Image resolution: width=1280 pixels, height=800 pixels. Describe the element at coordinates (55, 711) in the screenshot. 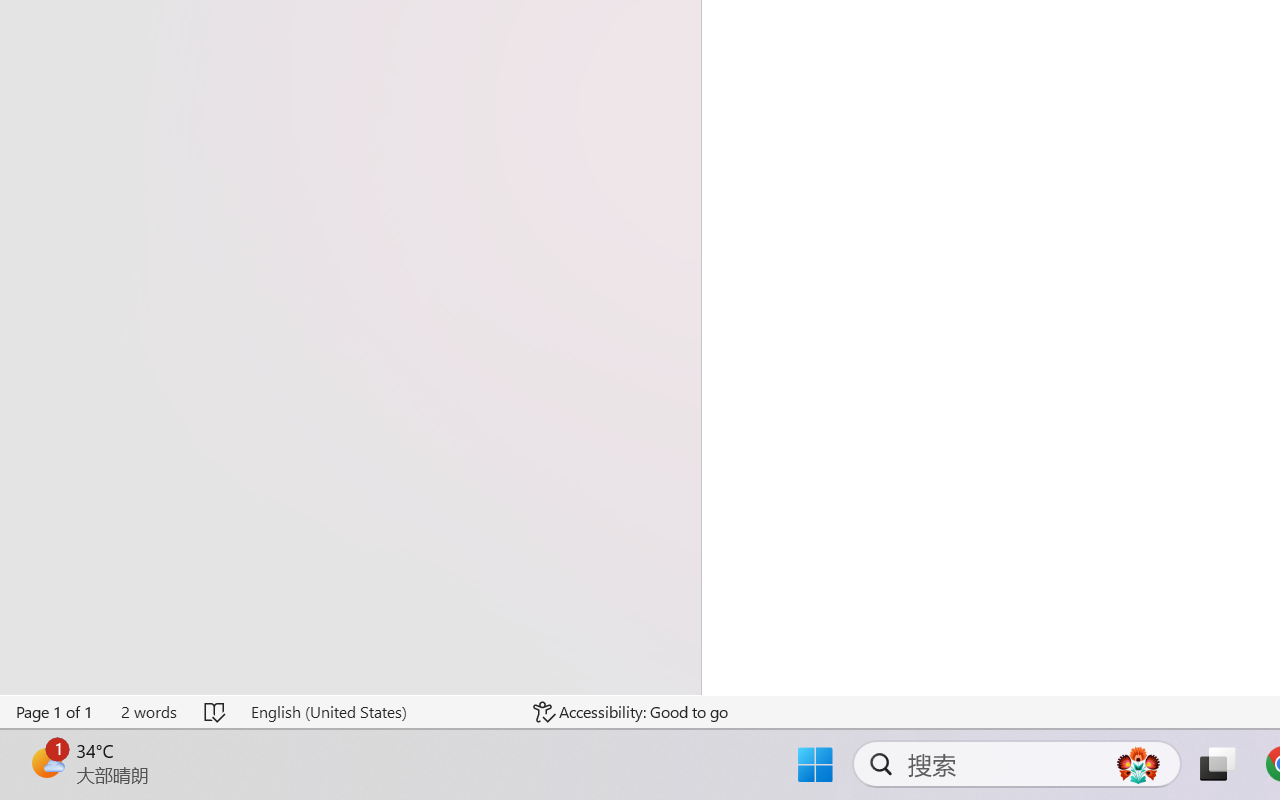

I see `'Page Number Page 1 of 1'` at that location.